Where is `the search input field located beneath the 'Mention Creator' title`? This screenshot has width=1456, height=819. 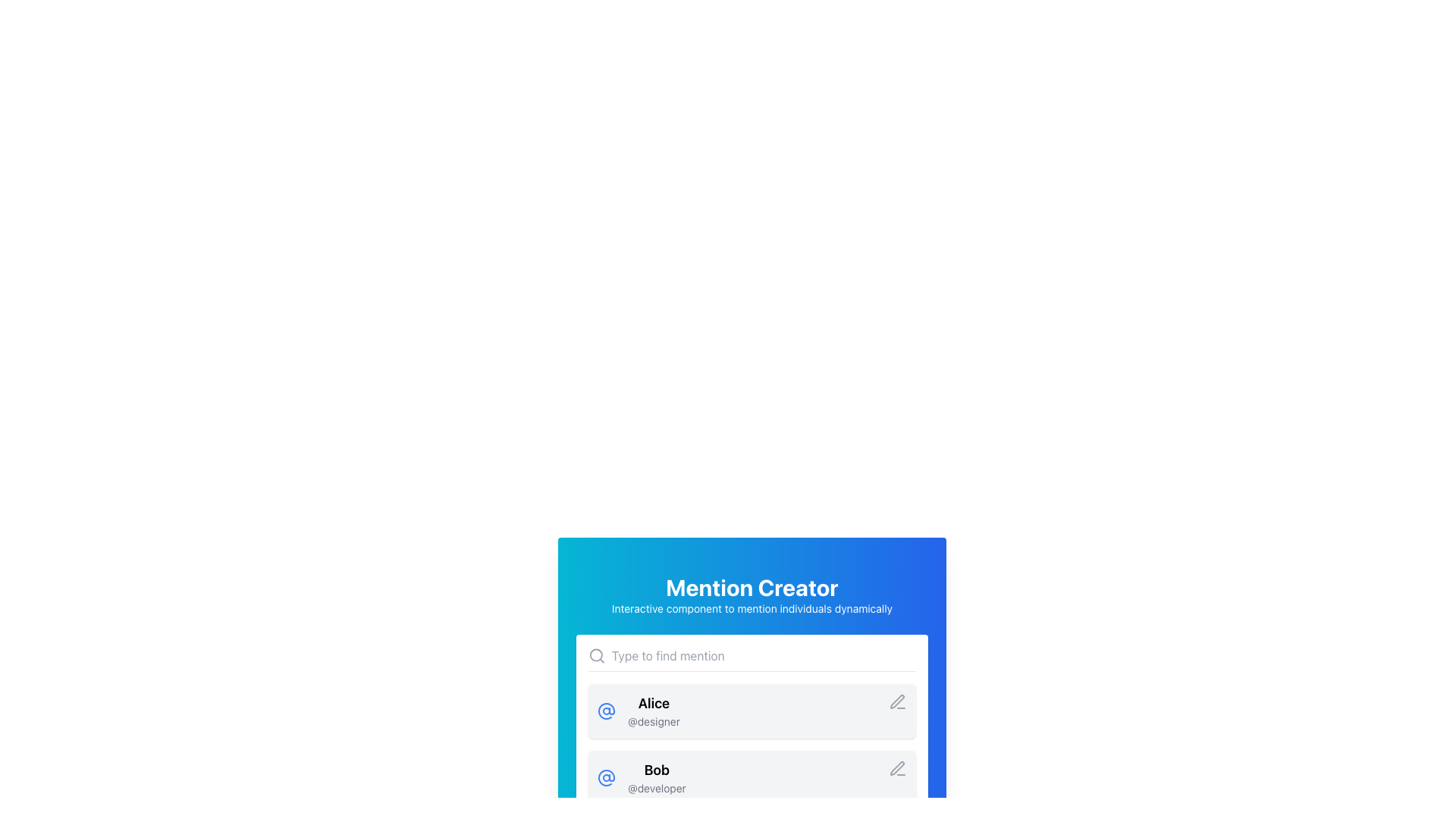 the search input field located beneath the 'Mention Creator' title is located at coordinates (752, 657).